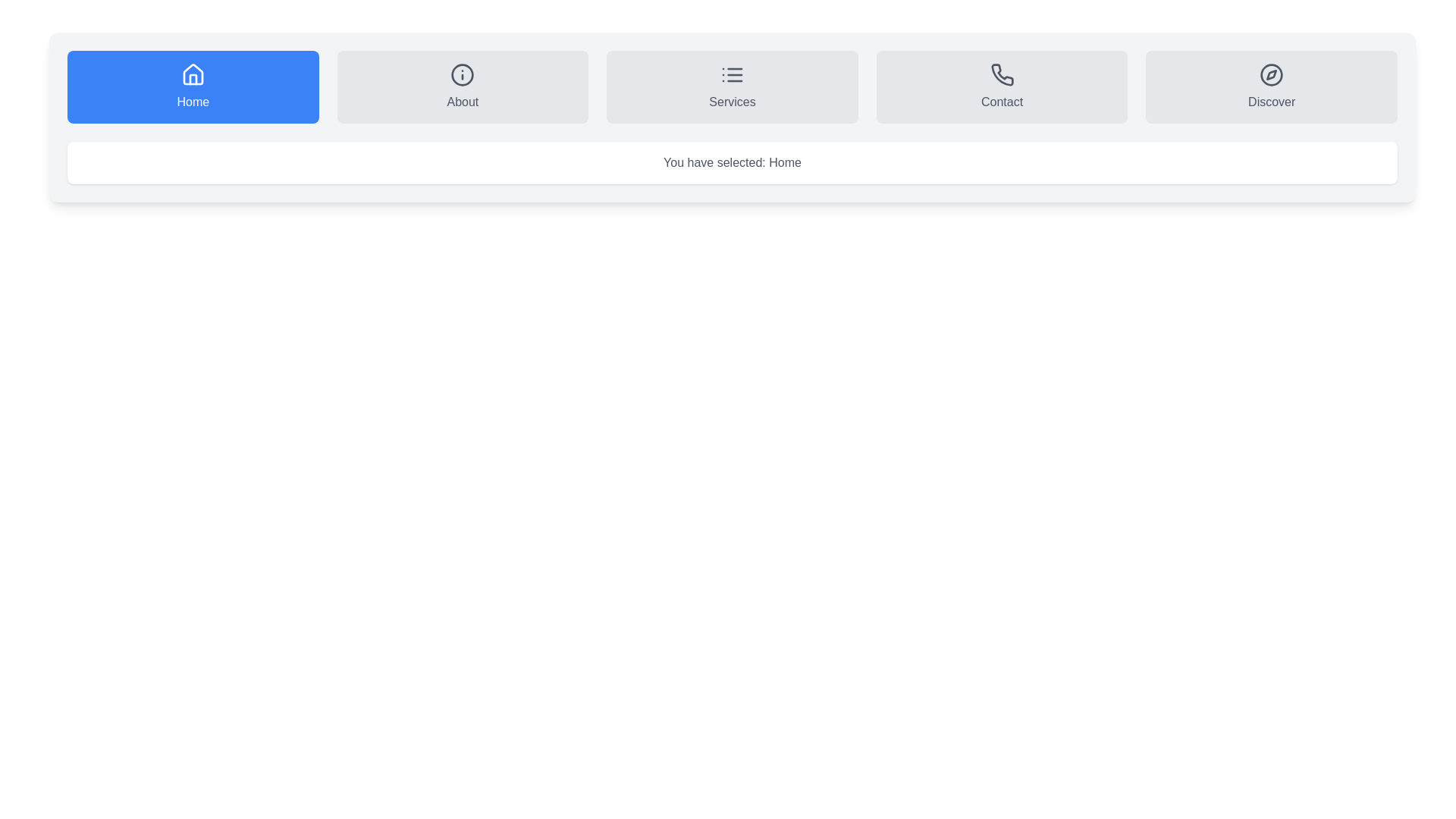 The height and width of the screenshot is (819, 1456). Describe the element at coordinates (462, 75) in the screenshot. I see `the circular graphical shape that represents the background for the 'About' button located in the top navigation bar` at that location.